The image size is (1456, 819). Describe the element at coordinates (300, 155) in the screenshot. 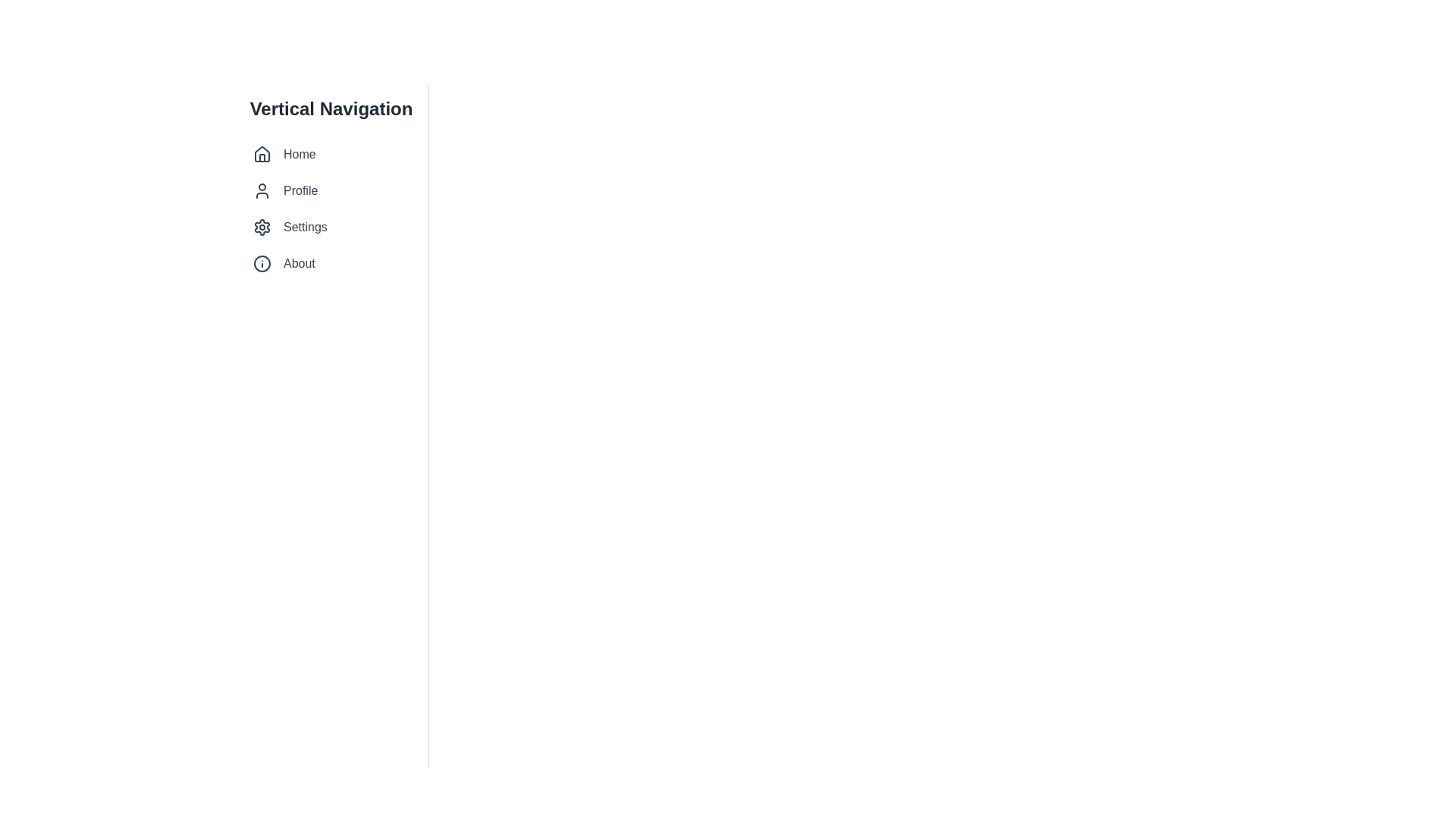

I see `text label that displays the 'Home' navigation option, positioned below the 'Home' icon` at that location.